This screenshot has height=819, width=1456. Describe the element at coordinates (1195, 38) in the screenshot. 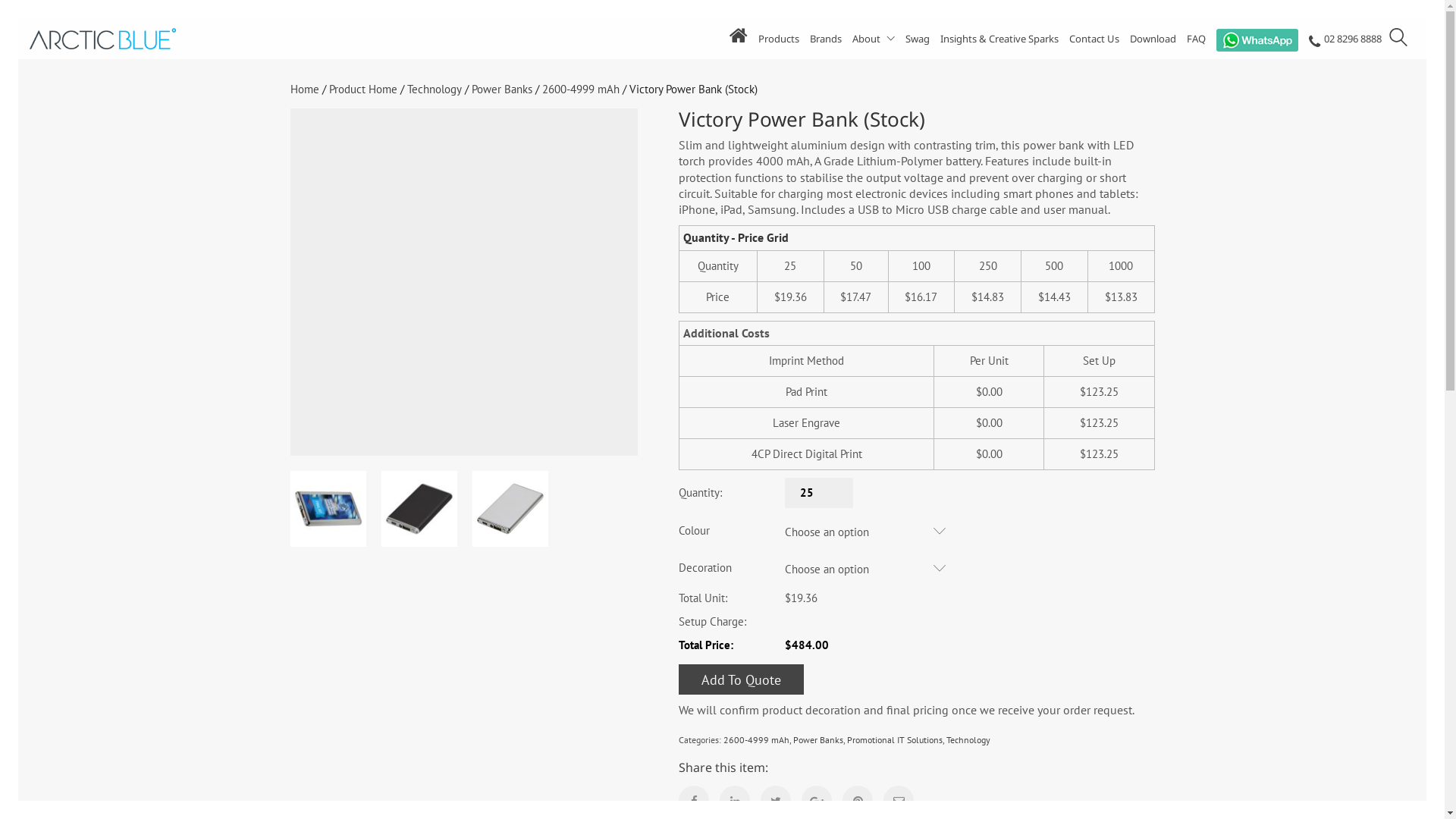

I see `'FAQ'` at that location.